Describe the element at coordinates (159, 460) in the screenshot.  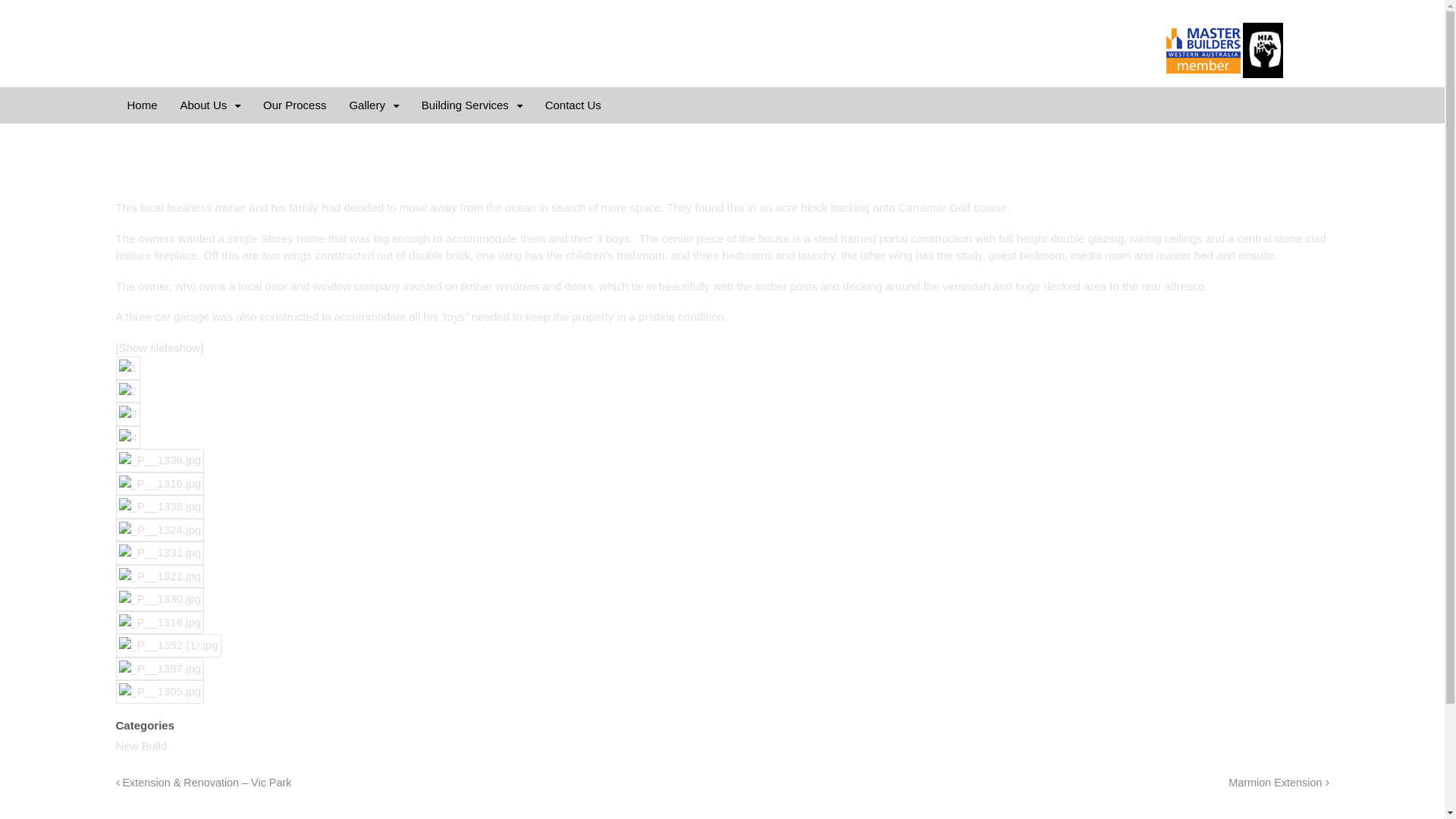
I see `'_P__1336.jpg'` at that location.